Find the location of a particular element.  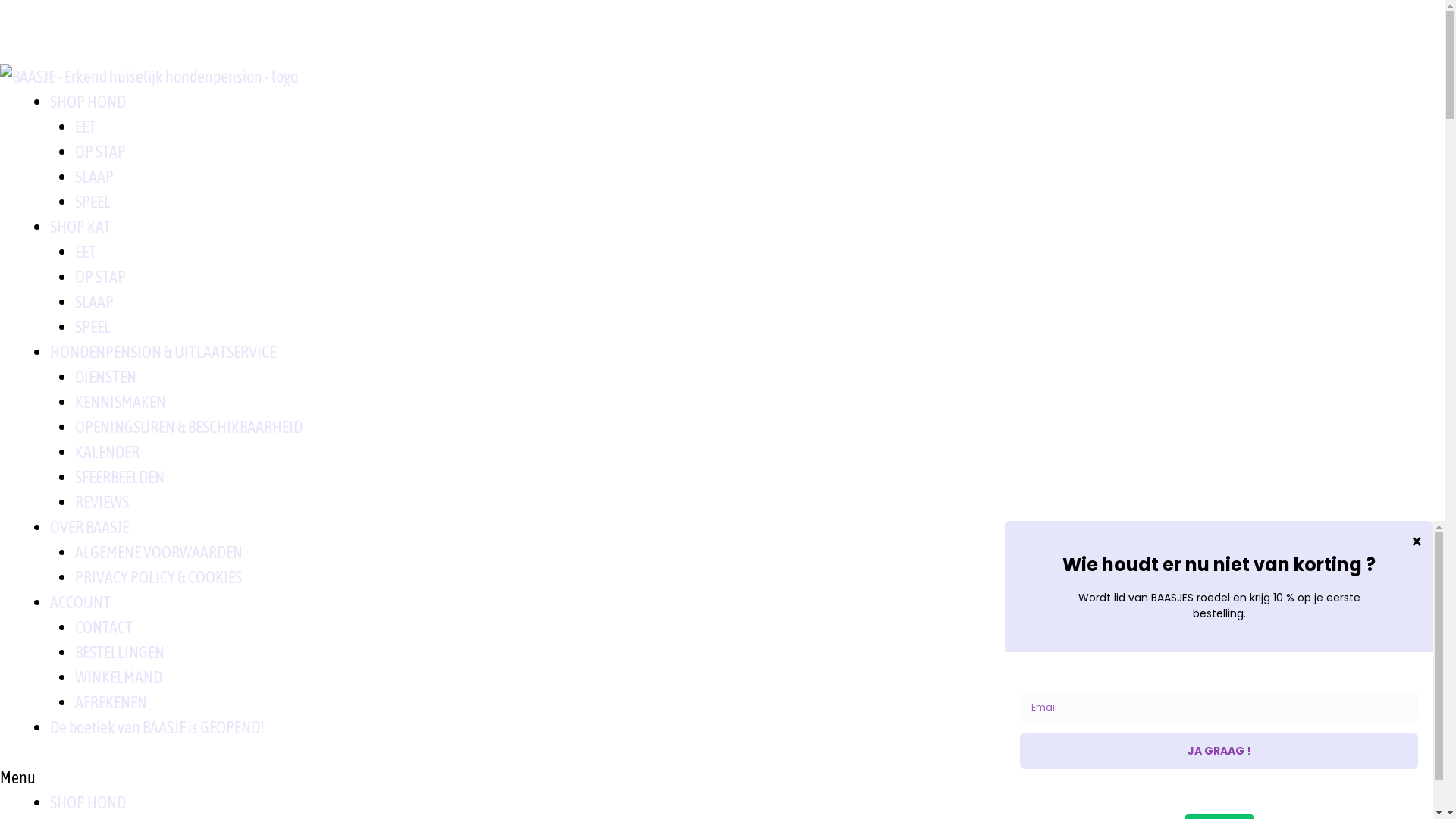

'KALENDER' is located at coordinates (106, 451).